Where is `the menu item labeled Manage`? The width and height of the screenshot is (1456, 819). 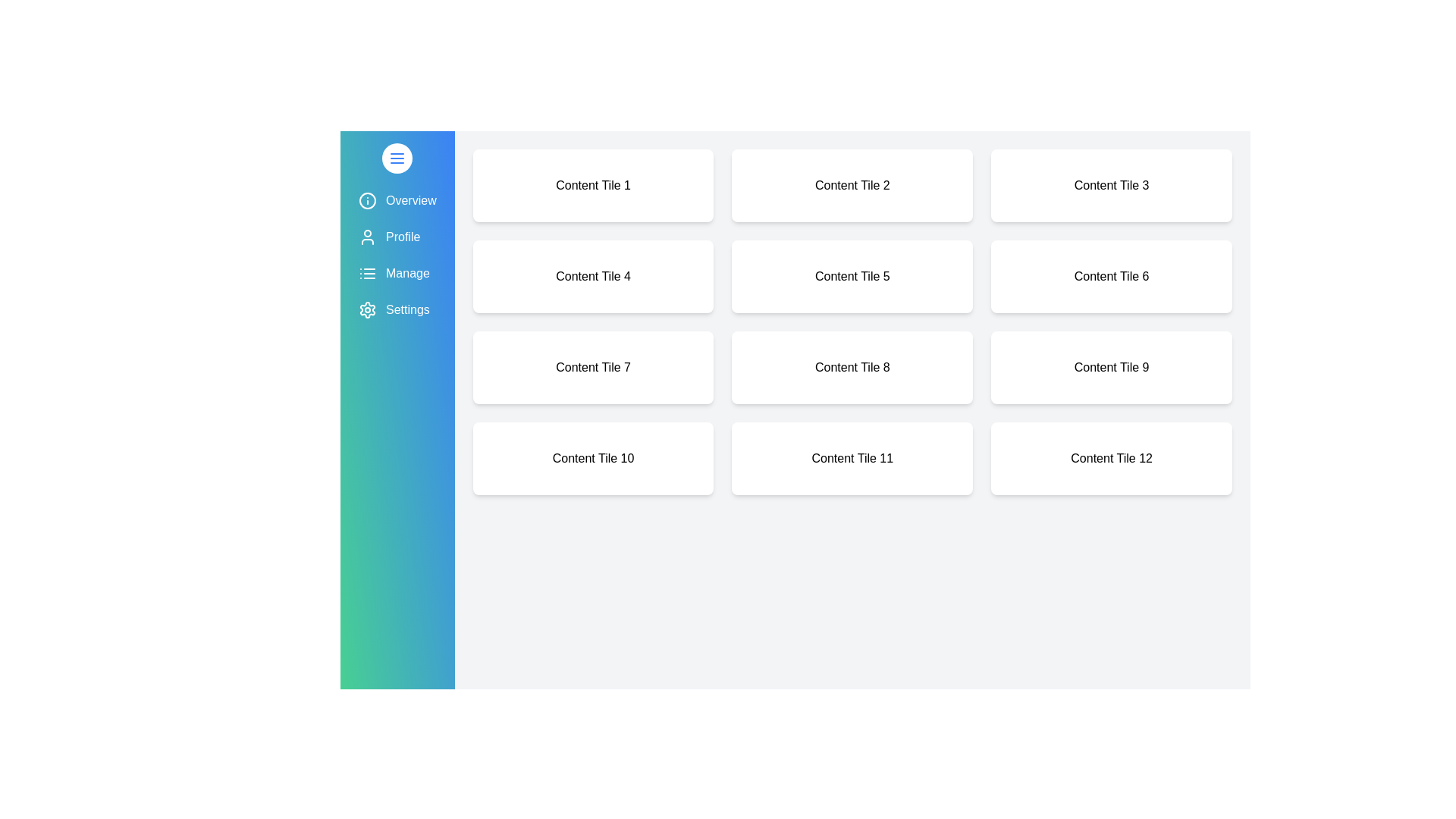
the menu item labeled Manage is located at coordinates (397, 274).